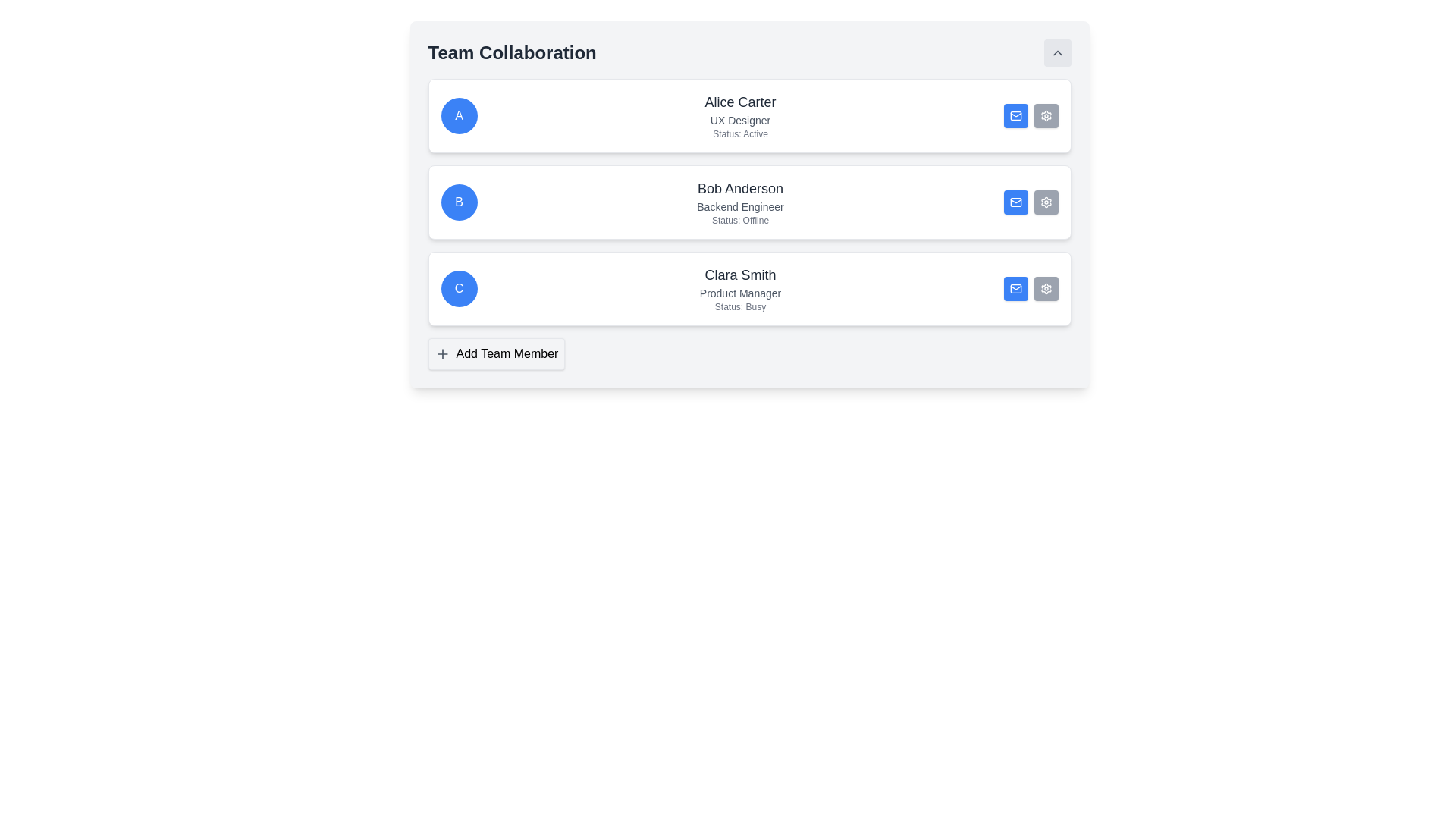 Image resolution: width=1456 pixels, height=819 pixels. Describe the element at coordinates (1031, 289) in the screenshot. I see `the gray button in the button group for Clara Smith that opens settings or preferences` at that location.